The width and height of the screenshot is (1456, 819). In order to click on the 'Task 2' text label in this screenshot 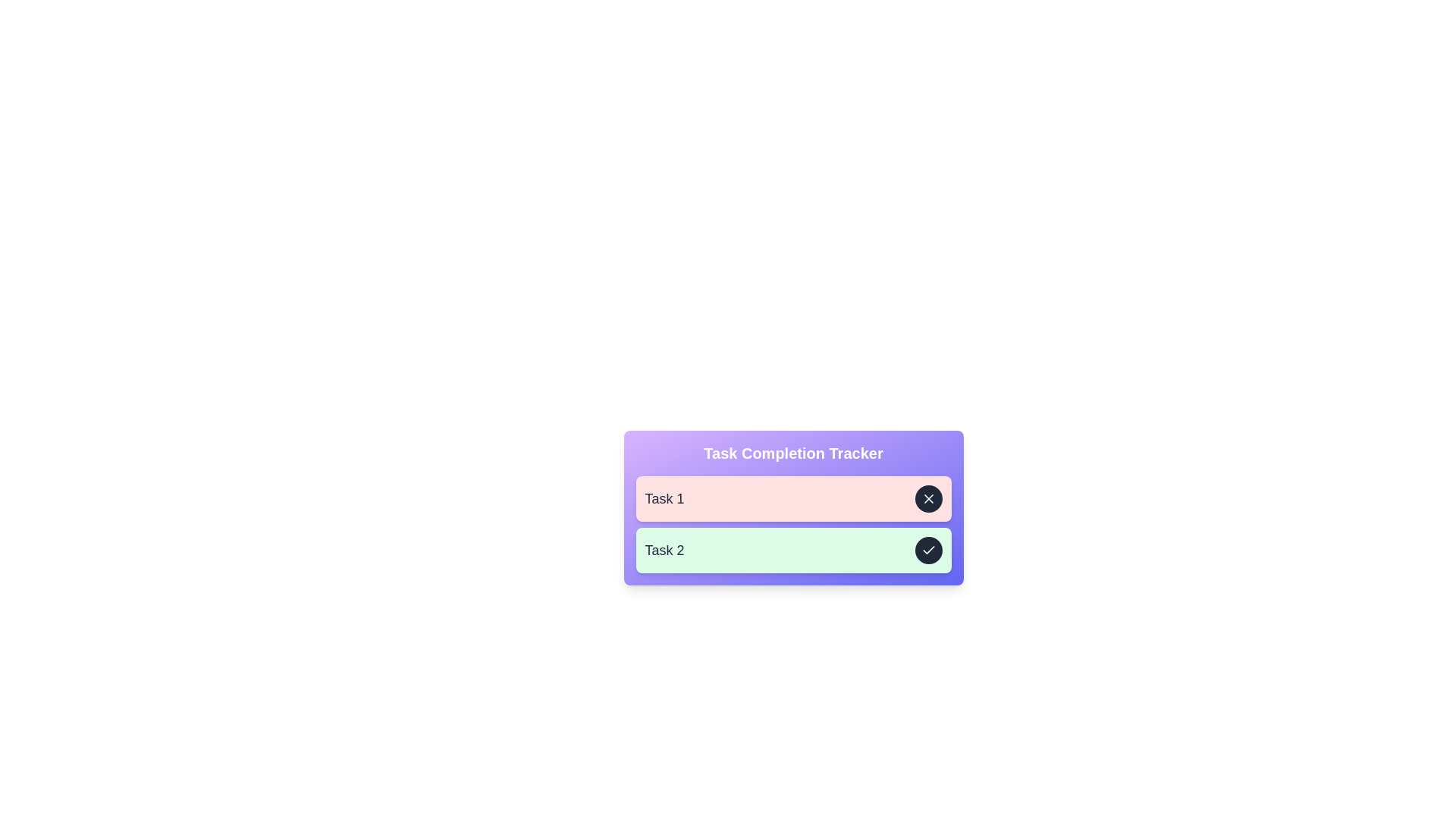, I will do `click(664, 550)`.